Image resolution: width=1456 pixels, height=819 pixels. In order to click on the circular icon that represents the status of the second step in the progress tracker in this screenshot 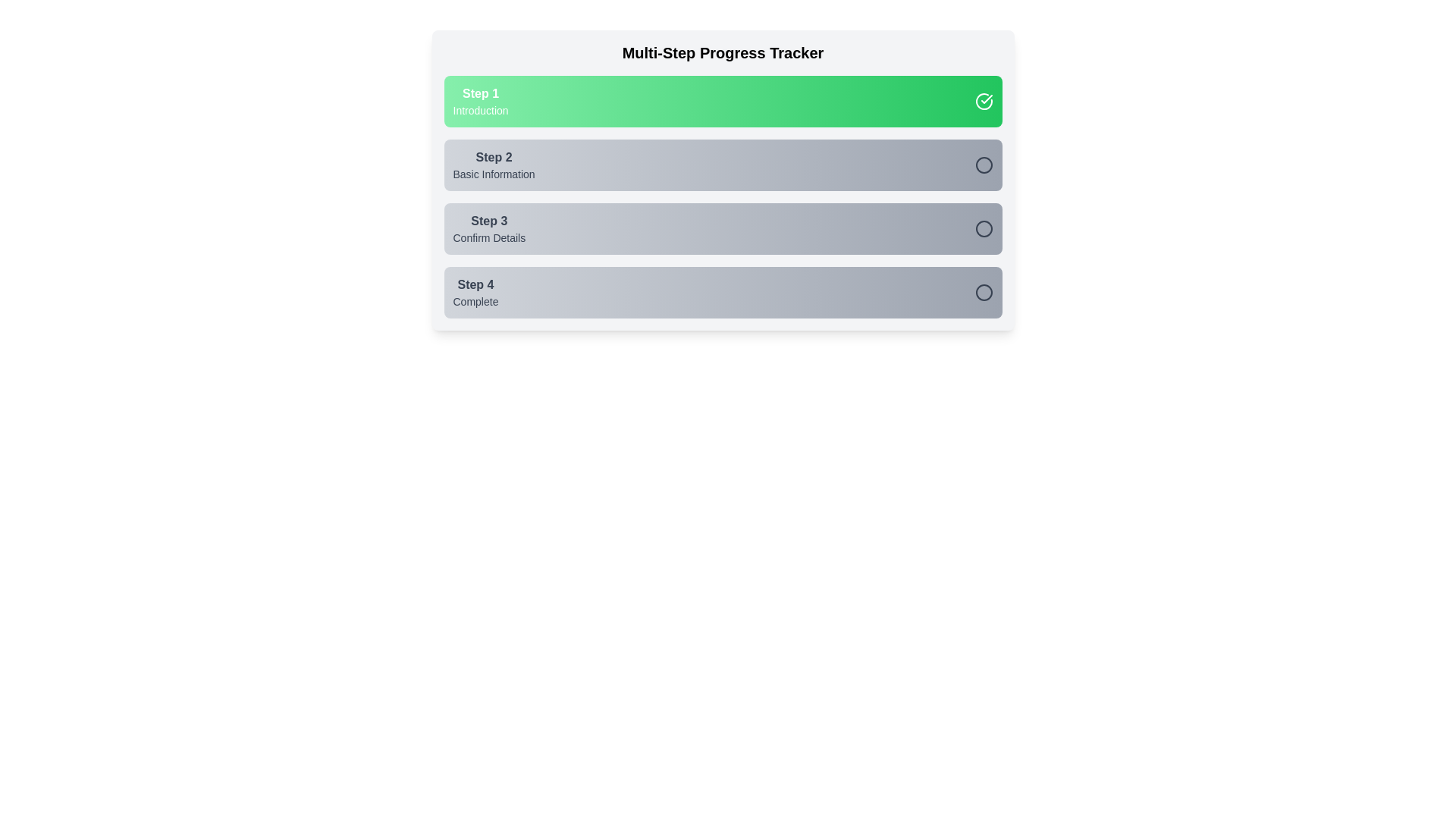, I will do `click(984, 165)`.